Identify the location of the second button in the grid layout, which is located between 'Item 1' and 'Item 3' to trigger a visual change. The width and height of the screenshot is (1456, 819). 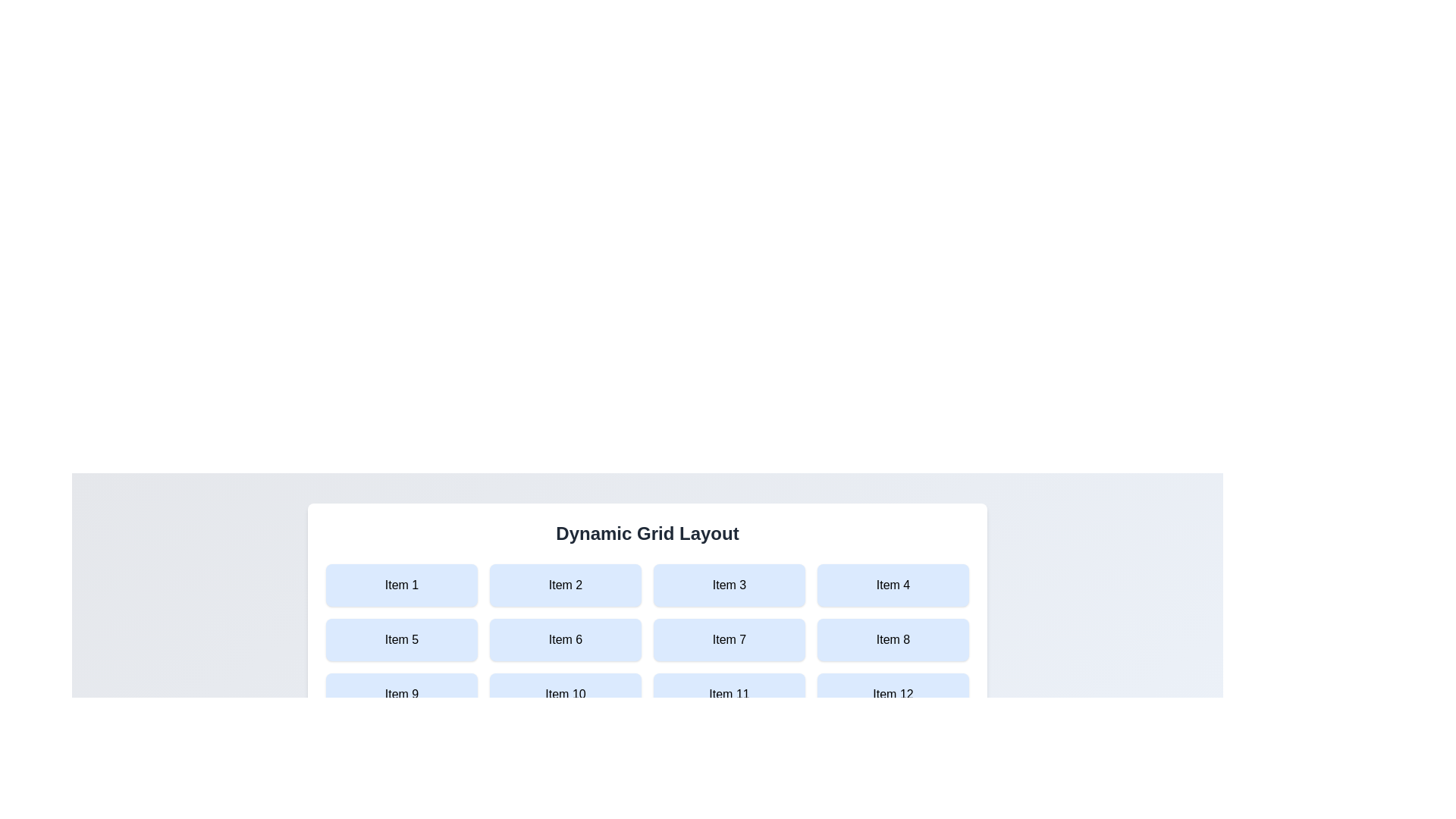
(564, 584).